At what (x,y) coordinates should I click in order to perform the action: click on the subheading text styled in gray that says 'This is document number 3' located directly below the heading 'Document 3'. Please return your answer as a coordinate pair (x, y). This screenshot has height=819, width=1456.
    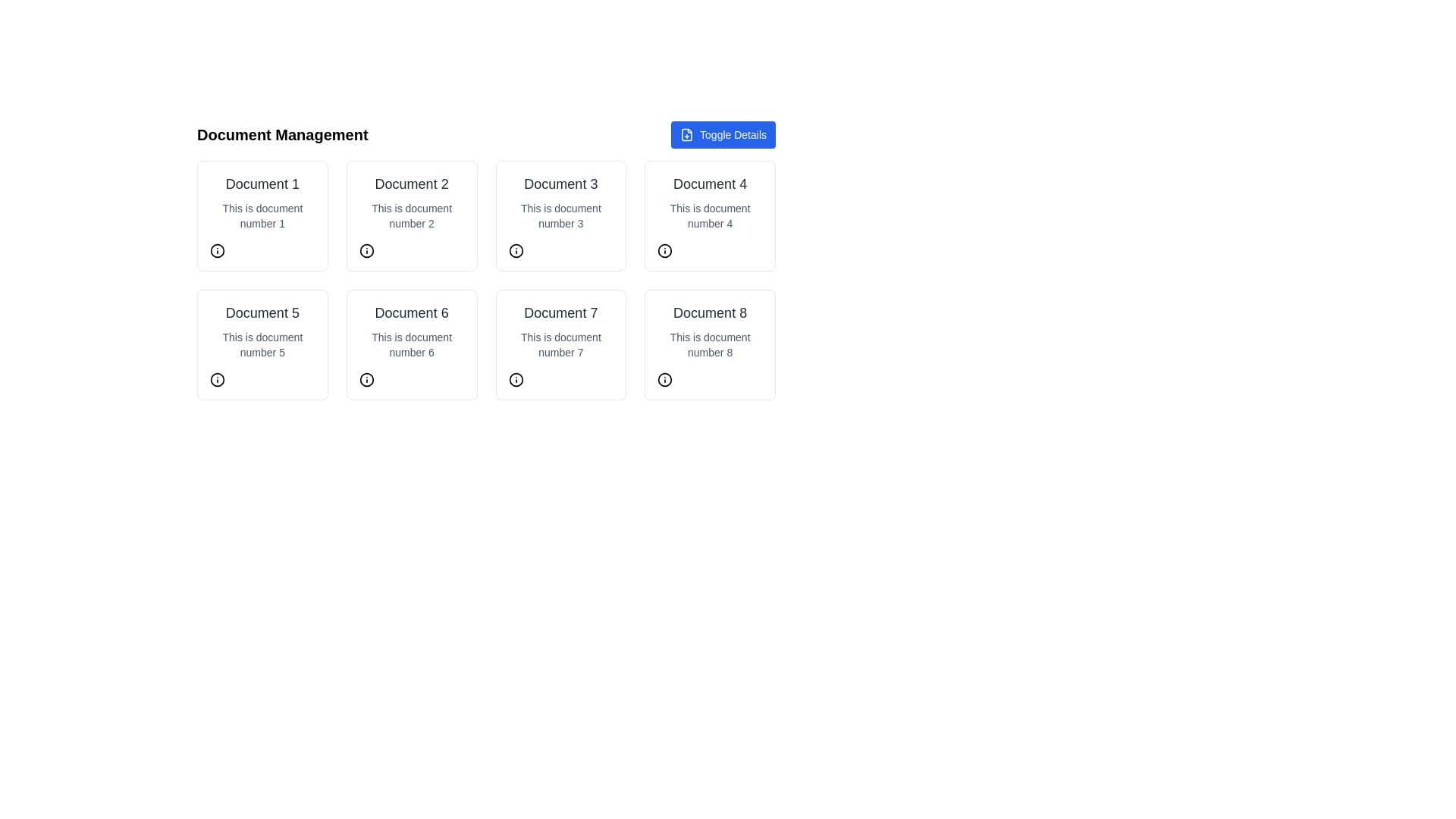
    Looking at the image, I should click on (560, 216).